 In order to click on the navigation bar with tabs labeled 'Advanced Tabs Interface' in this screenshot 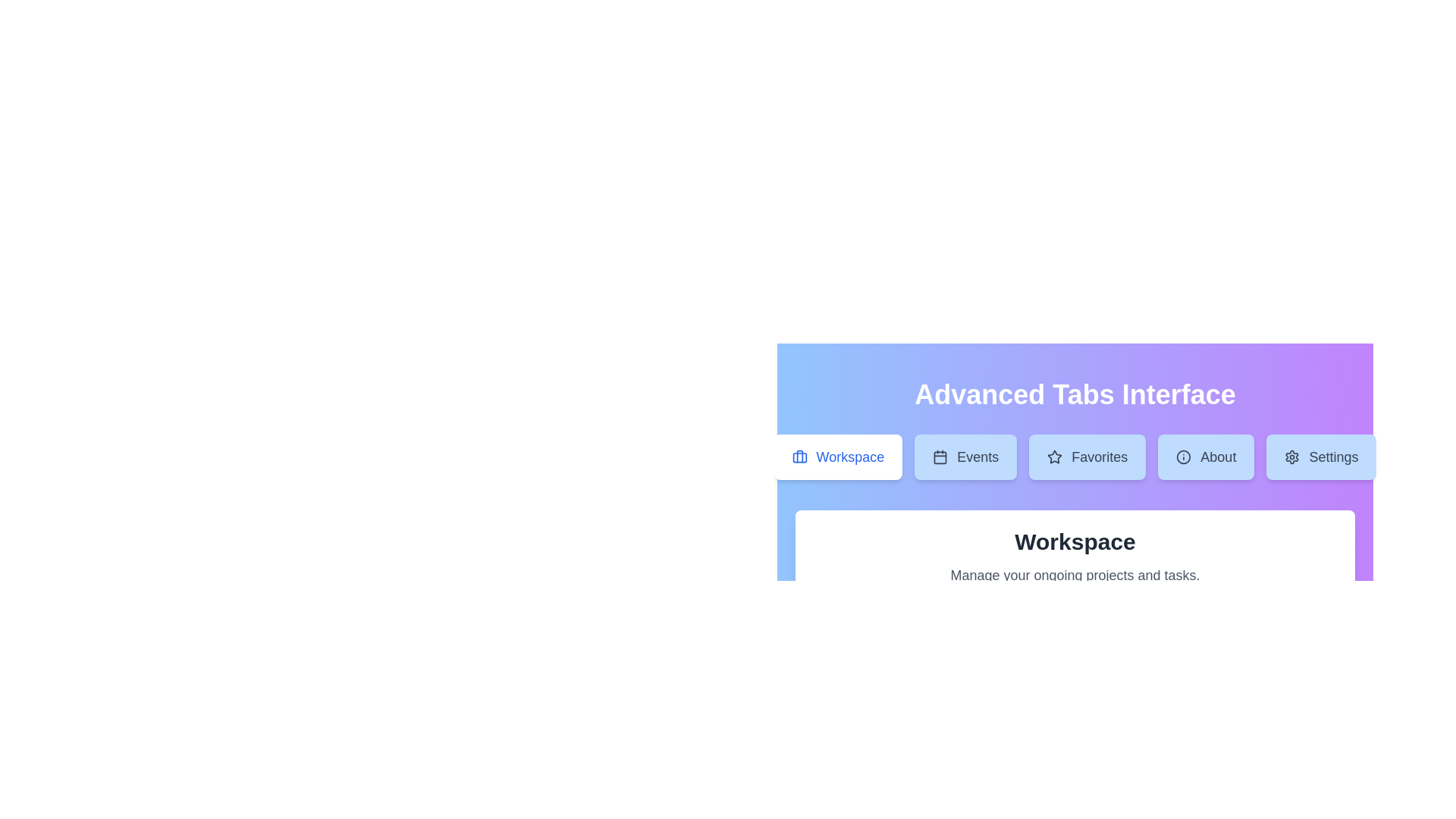, I will do `click(1074, 452)`.